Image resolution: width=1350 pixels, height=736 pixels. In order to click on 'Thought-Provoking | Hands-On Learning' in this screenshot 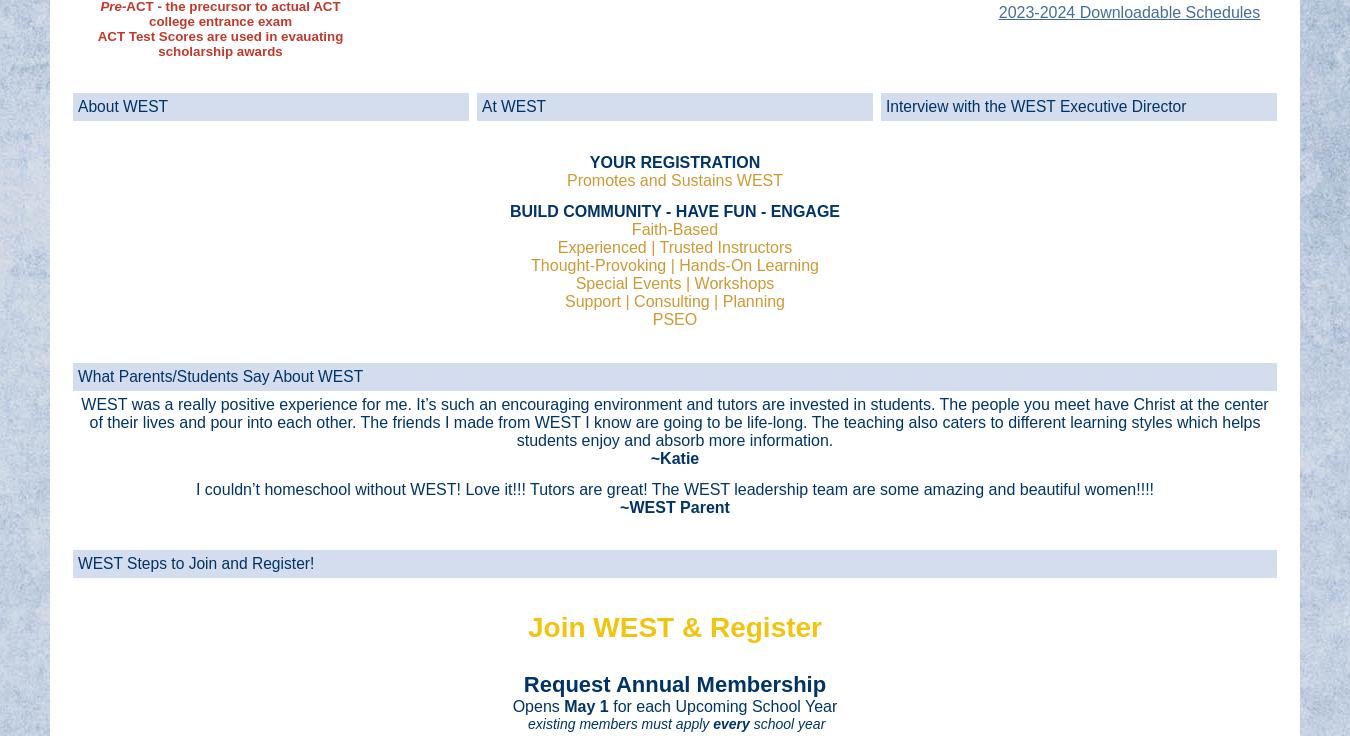, I will do `click(674, 265)`.